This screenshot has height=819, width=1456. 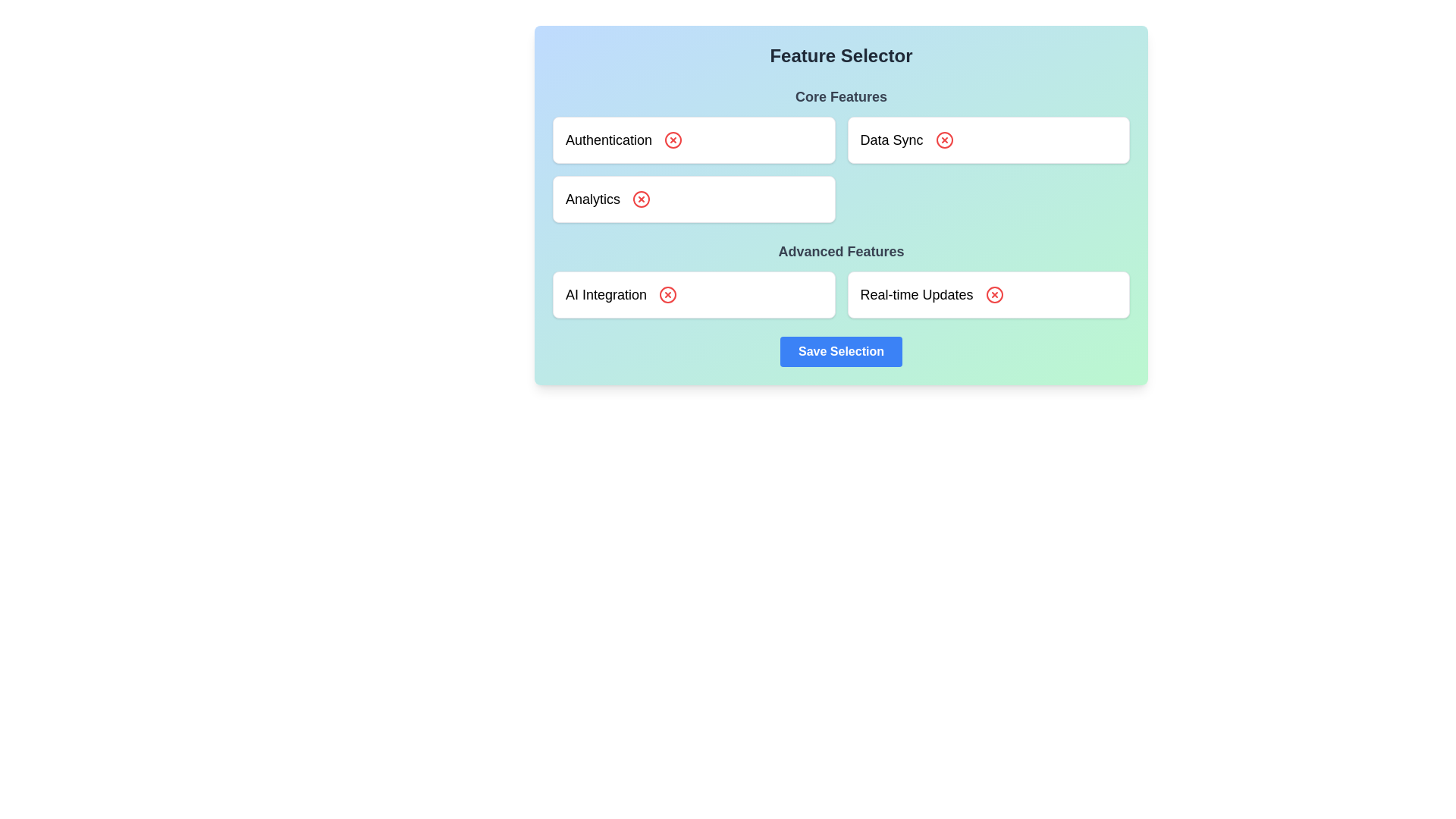 What do you see at coordinates (609, 140) in the screenshot?
I see `the 'Authentication' text label located in the upper-left section of the blue-green gradient card under the 'Core Features' heading` at bounding box center [609, 140].